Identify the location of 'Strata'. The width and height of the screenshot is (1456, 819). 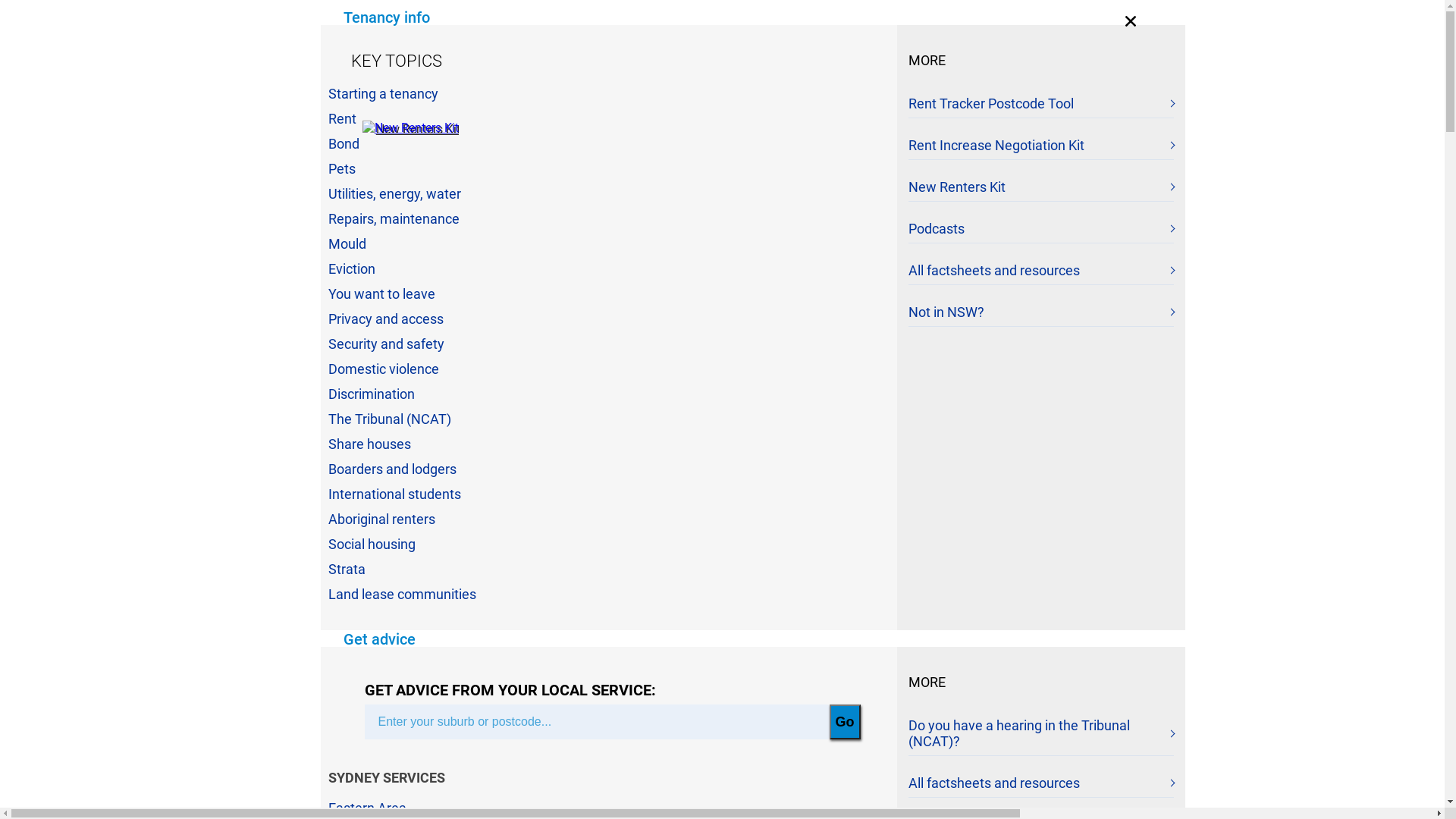
(345, 569).